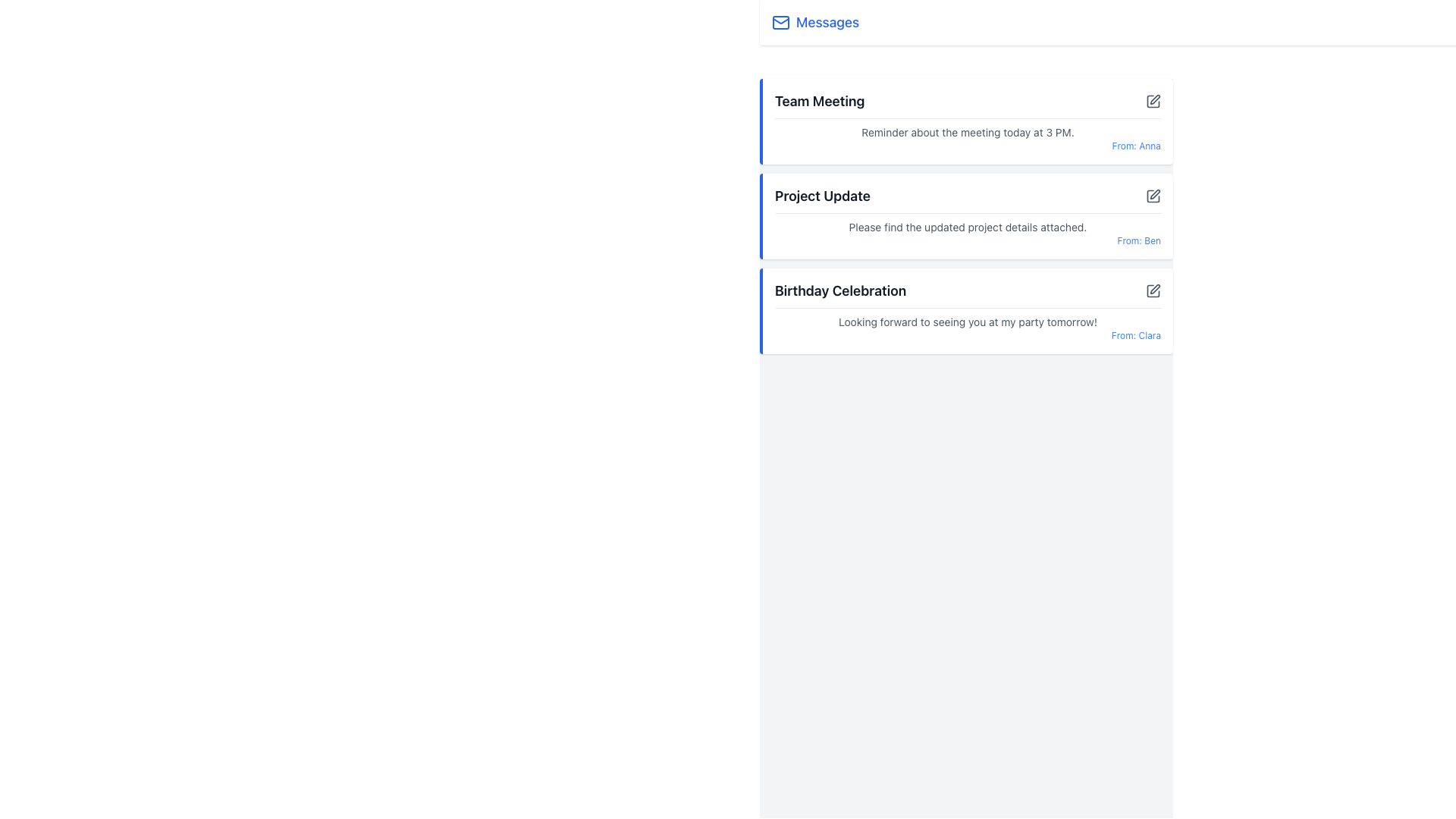 Image resolution: width=1456 pixels, height=819 pixels. Describe the element at coordinates (1154, 99) in the screenshot. I see `the edit icon located in the top-right corner of the first message card in a vertical list of three cards, indicating the option to modify or edit the message content` at that location.